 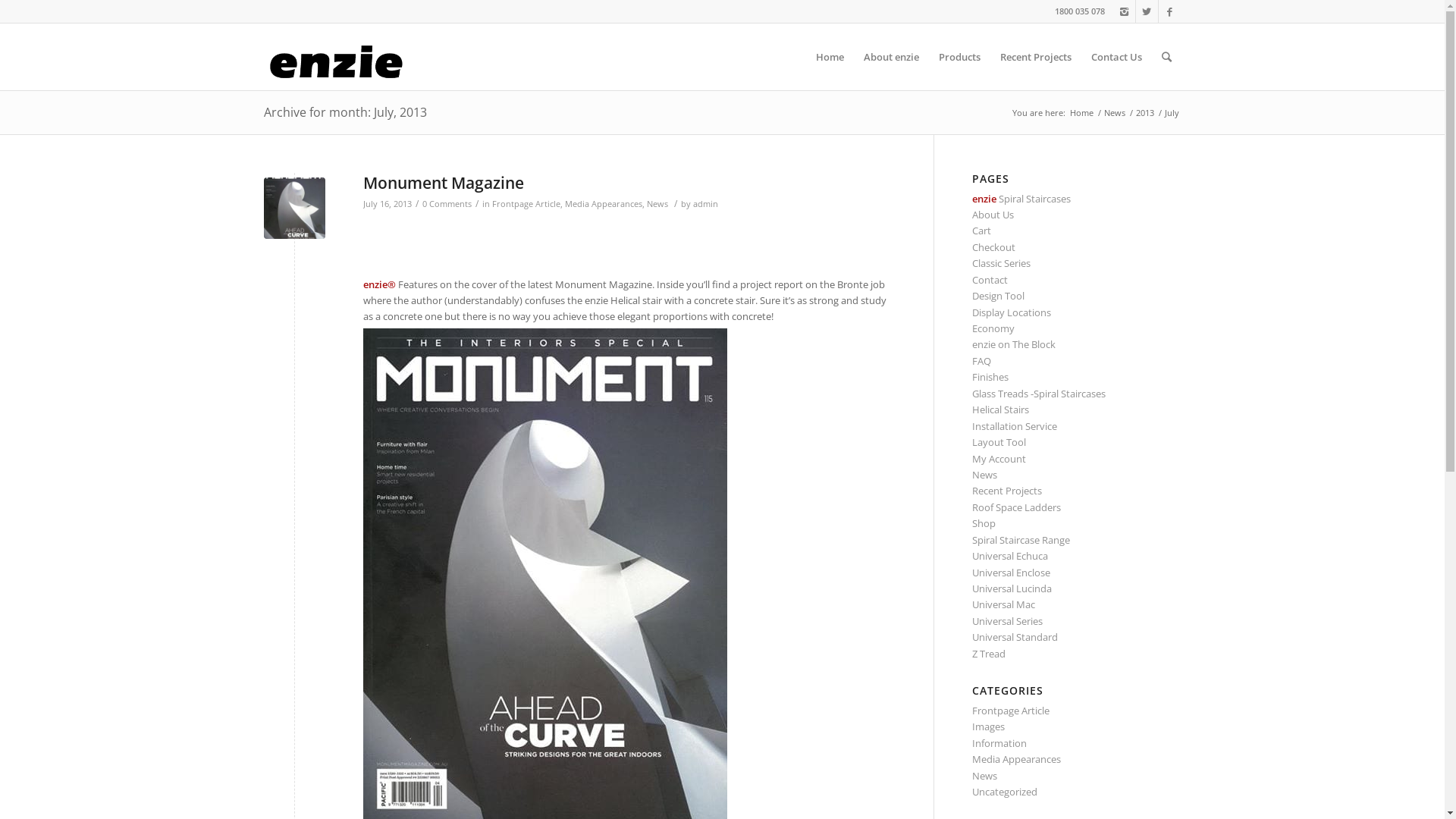 What do you see at coordinates (704, 203) in the screenshot?
I see `'admin'` at bounding box center [704, 203].